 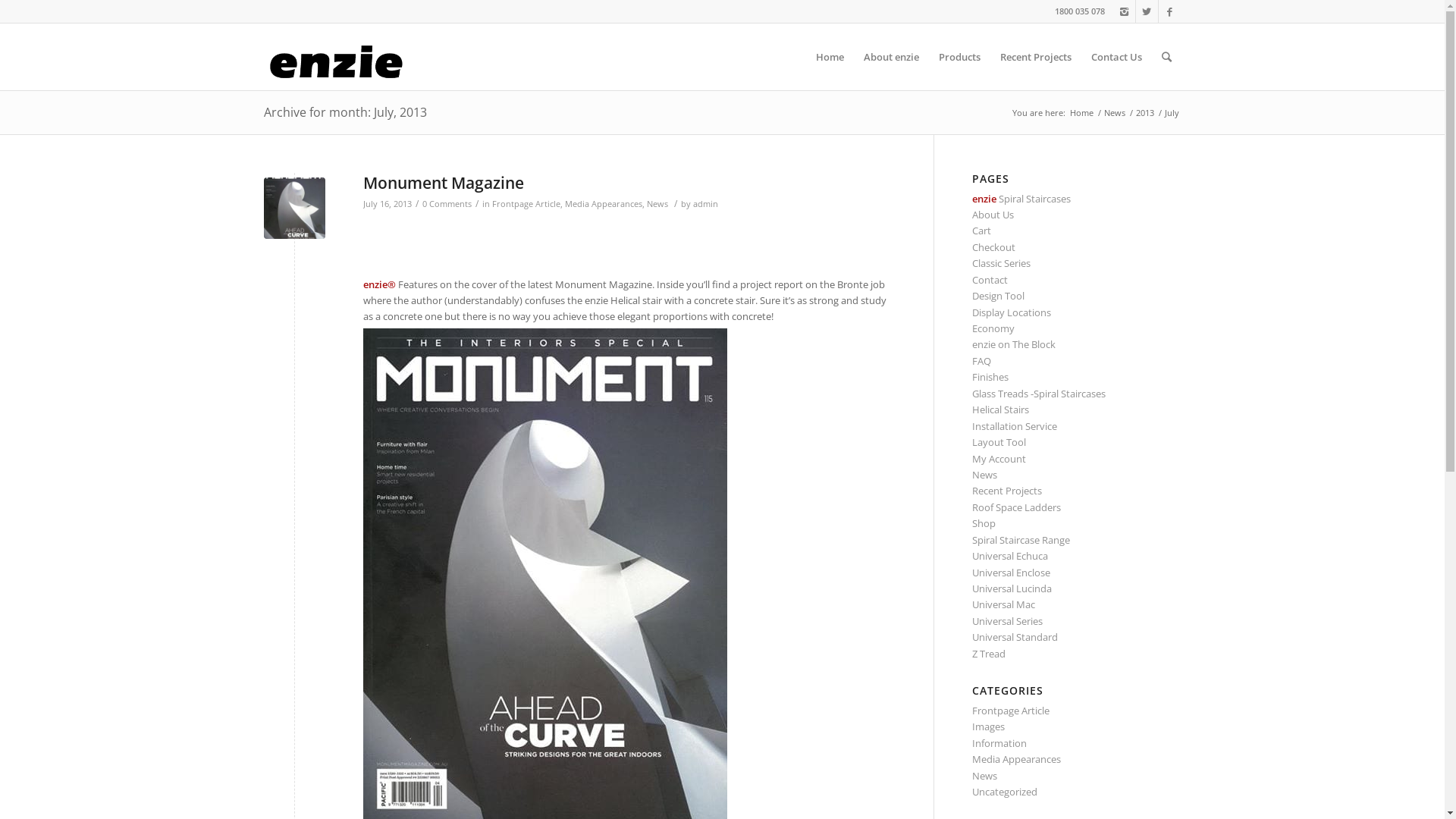 What do you see at coordinates (704, 203) in the screenshot?
I see `'admin'` at bounding box center [704, 203].